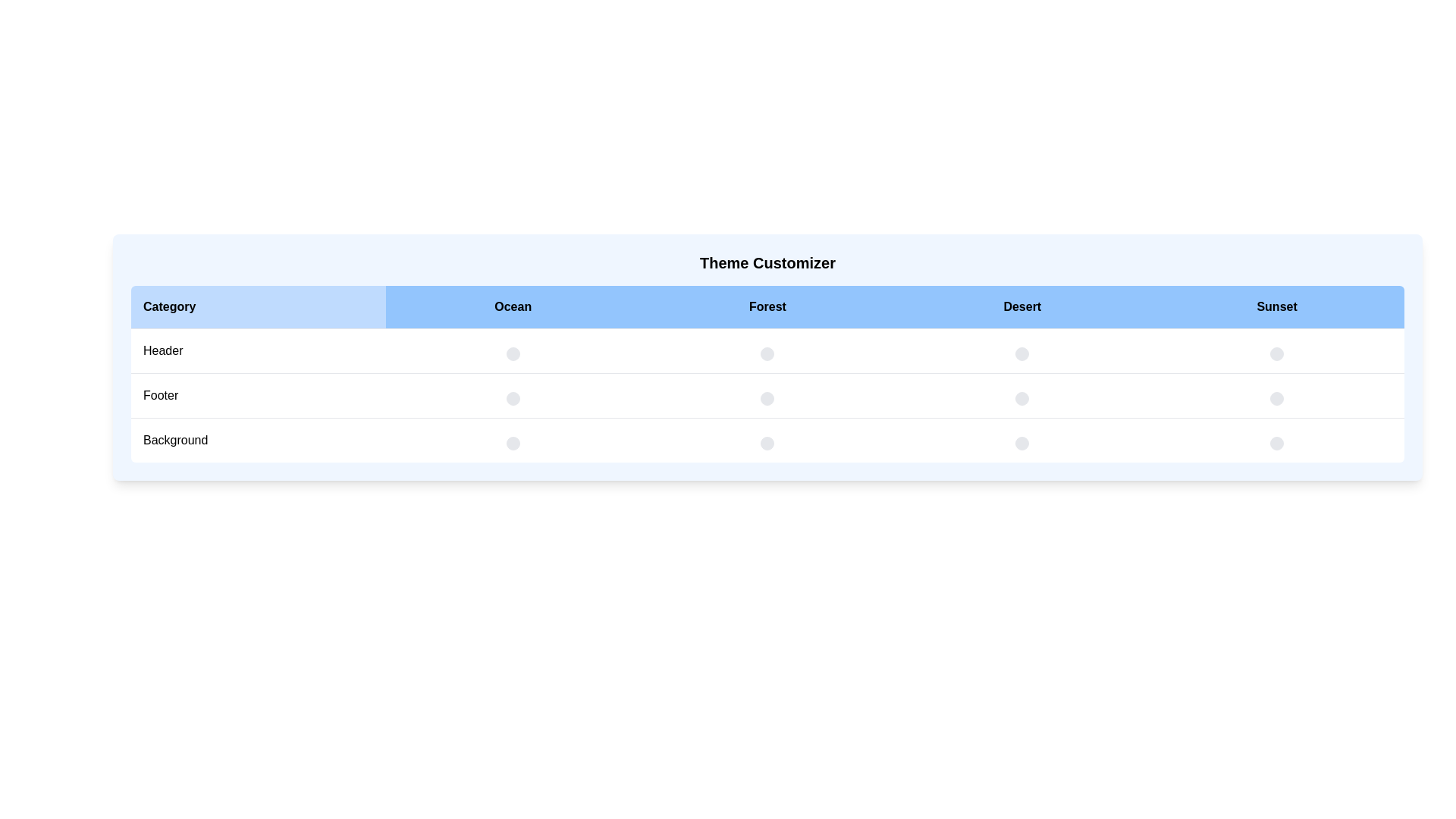 The width and height of the screenshot is (1456, 819). I want to click on the radio button located in the 'Background' row and 'Desert' column under the 'Theme Customizer' section, so click(767, 444).